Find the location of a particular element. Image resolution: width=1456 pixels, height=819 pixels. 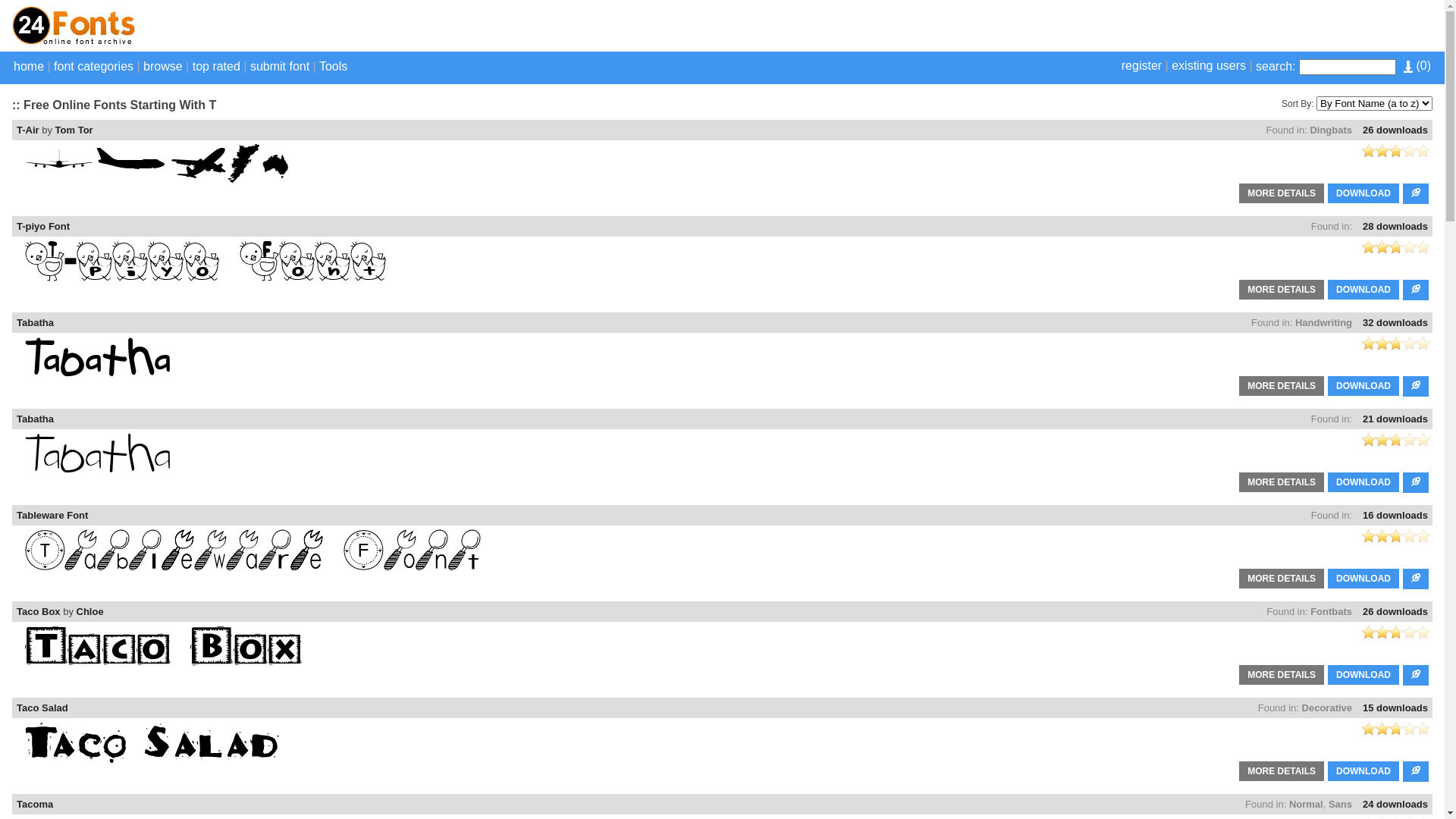

'26 downloads' is located at coordinates (1395, 129).